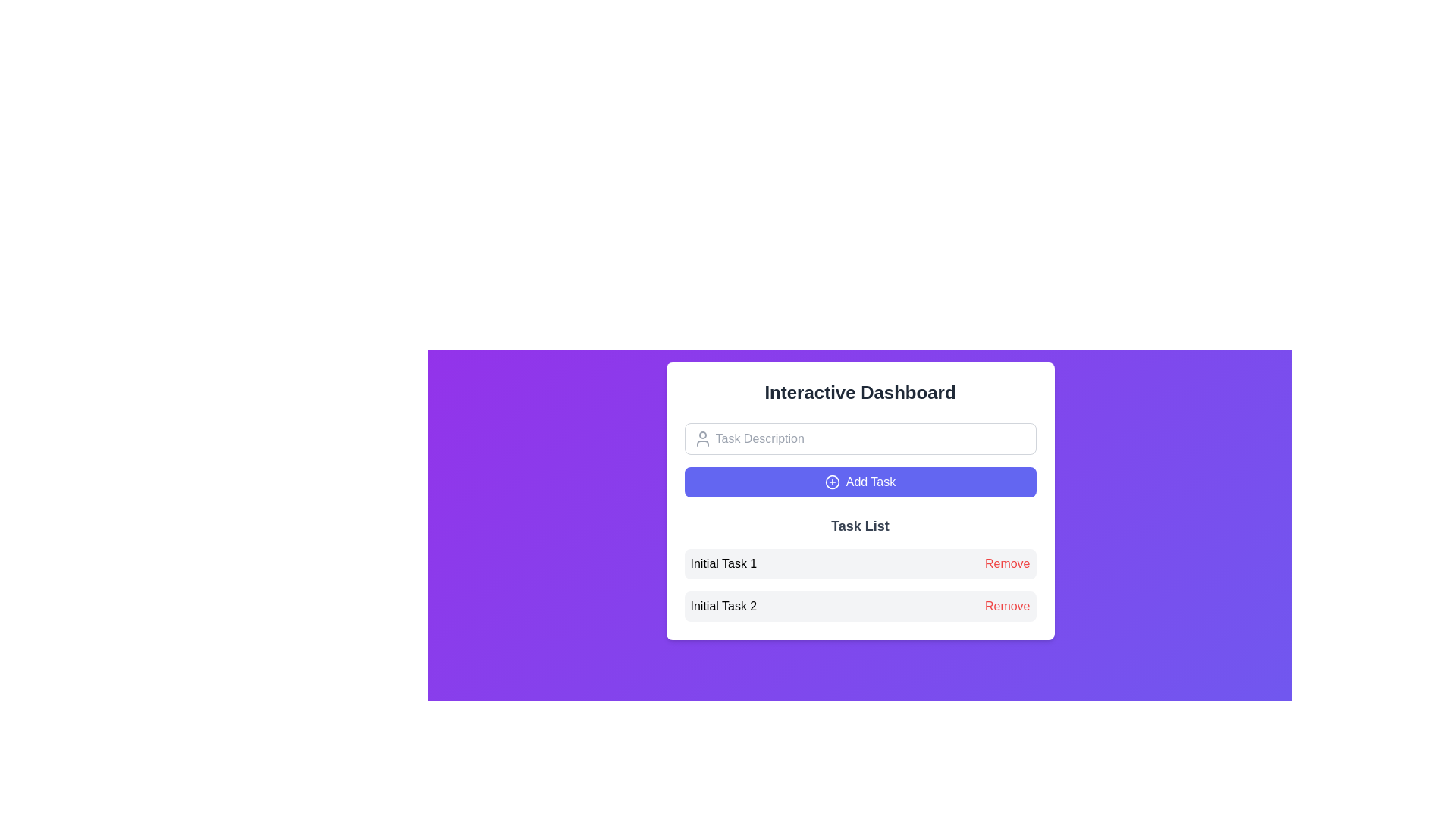 The height and width of the screenshot is (819, 1456). I want to click on the decorative icon indicating the action of adding an item or task, which is located to the left of the 'Add Task' button, to interact with the button, so click(831, 482).